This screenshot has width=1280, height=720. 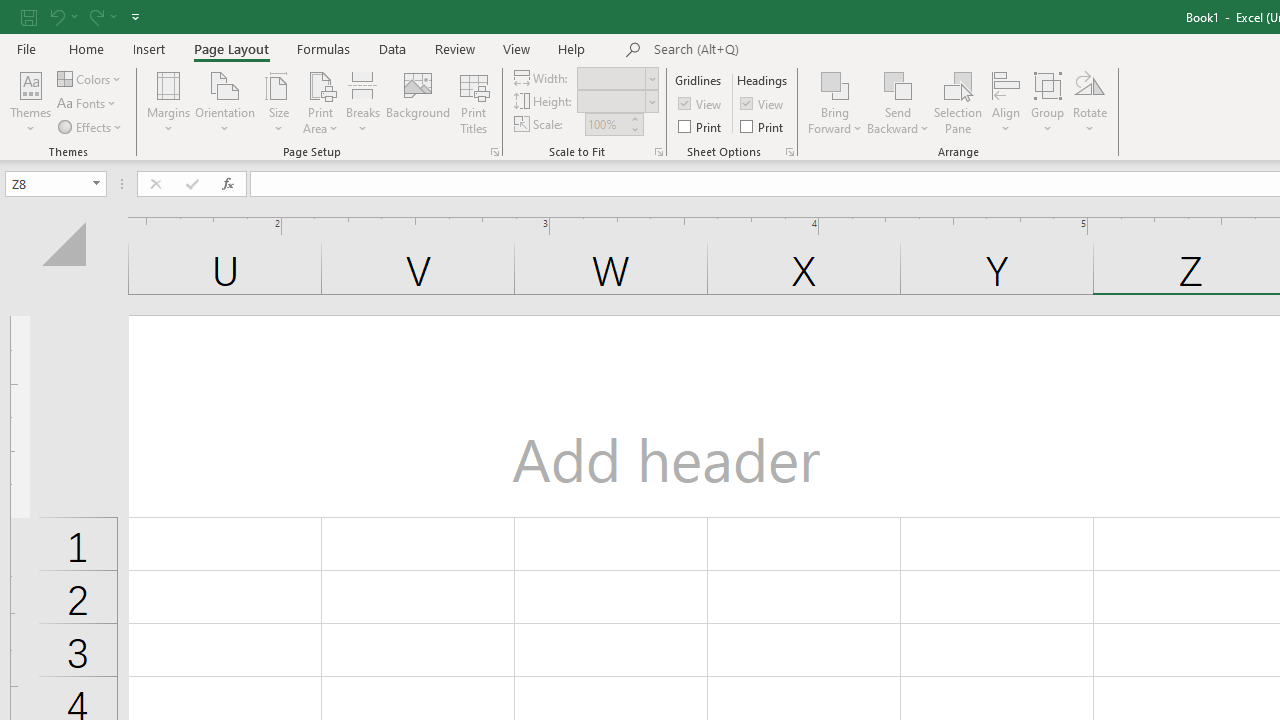 I want to click on 'Background...', so click(x=417, y=103).